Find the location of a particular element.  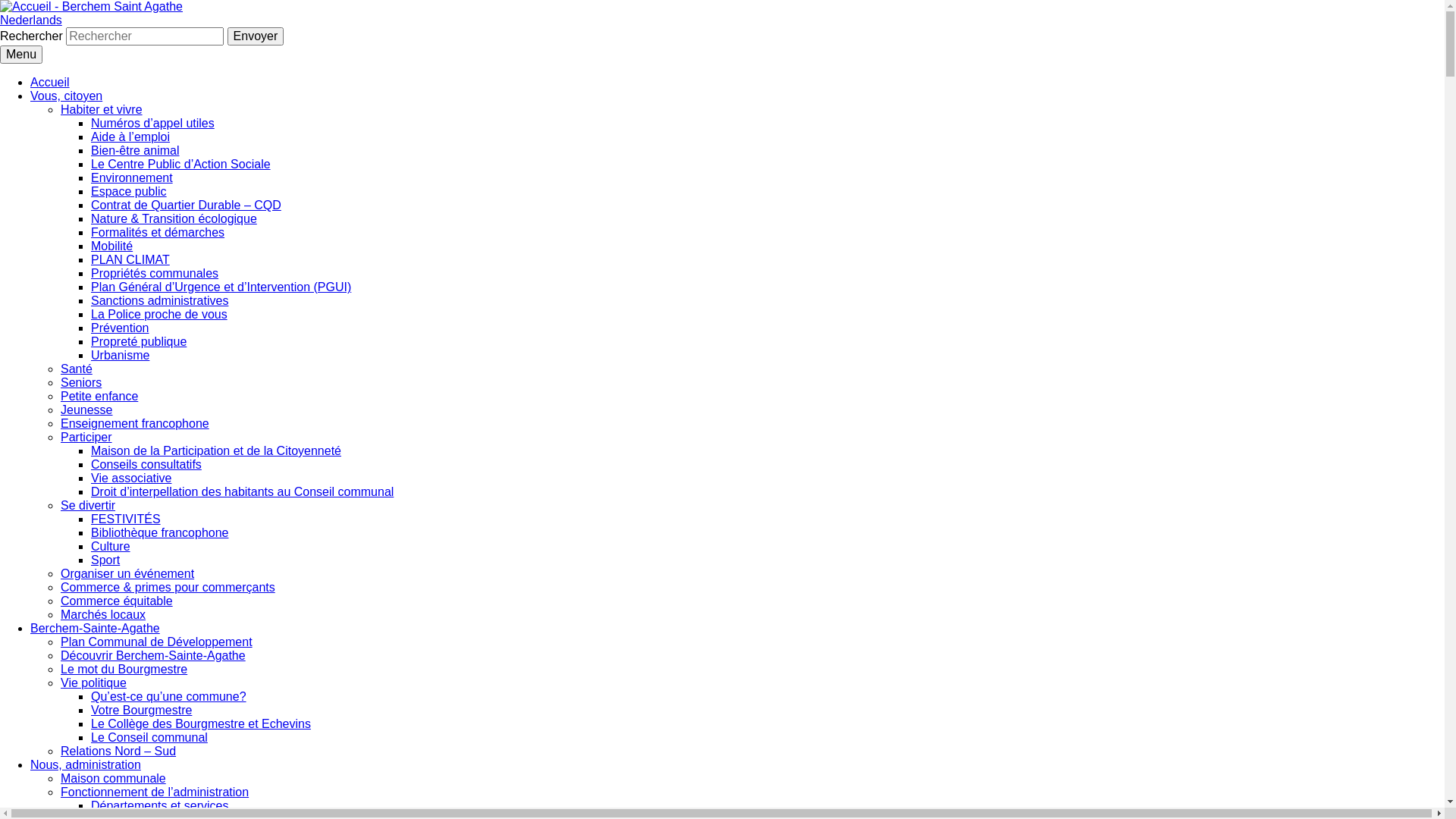

'Espace public' is located at coordinates (128, 190).